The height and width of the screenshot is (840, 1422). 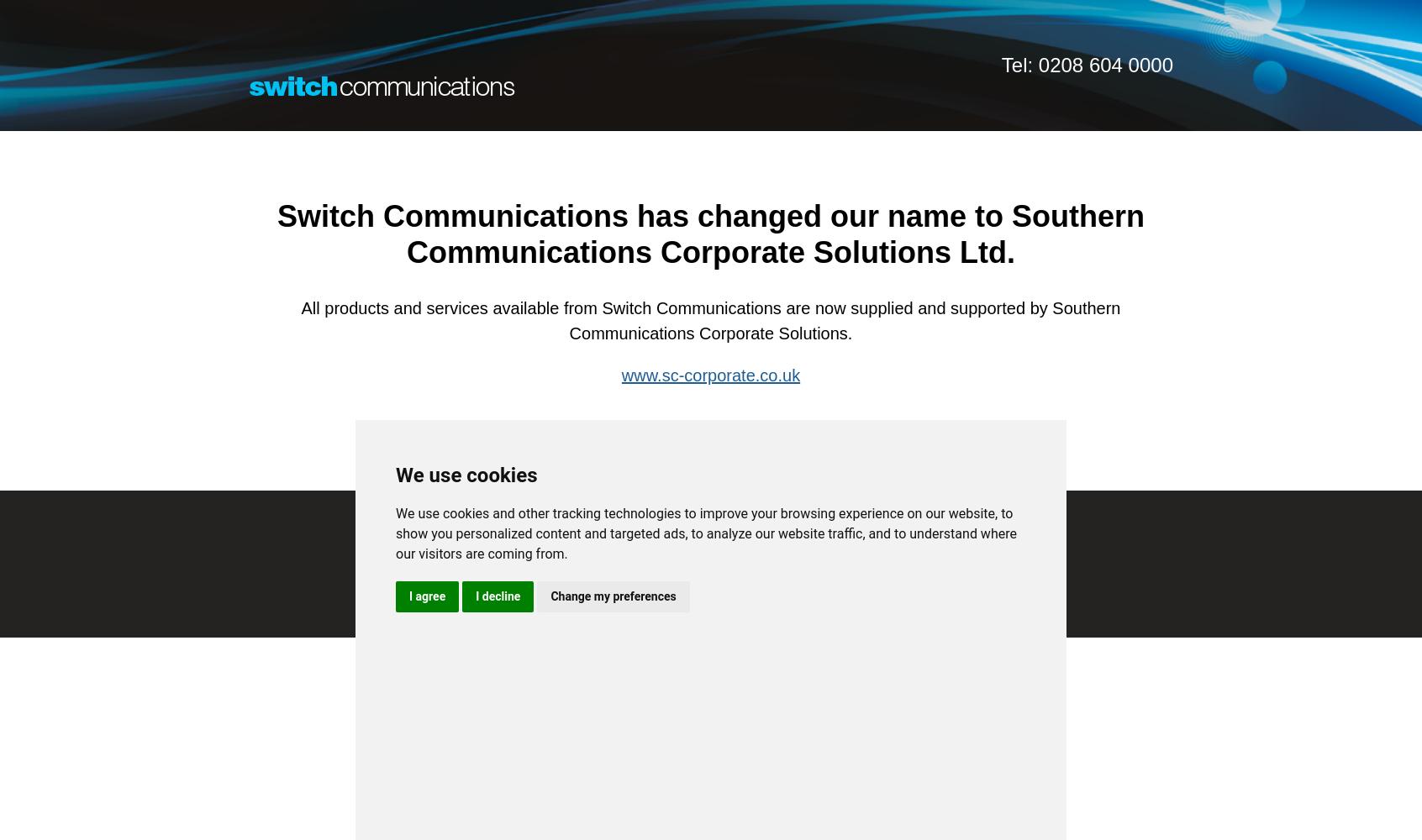 What do you see at coordinates (710, 667) in the screenshot?
I see `'Update cookies preferences'` at bounding box center [710, 667].